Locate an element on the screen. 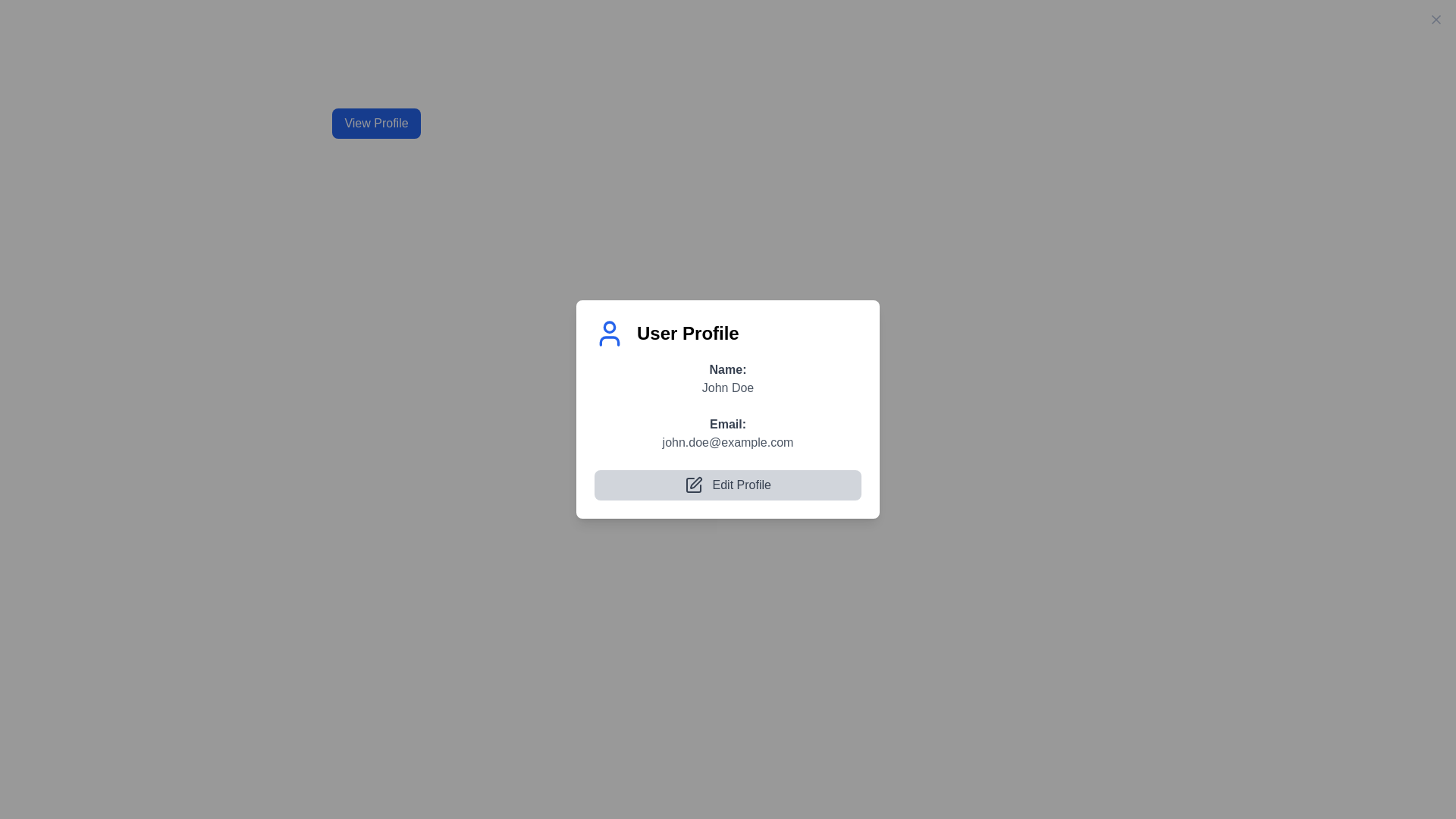 The image size is (1456, 819). the 'Edit Profile' button with a light gray background and a pen icon, located at the bottom of the user profile card is located at coordinates (728, 485).